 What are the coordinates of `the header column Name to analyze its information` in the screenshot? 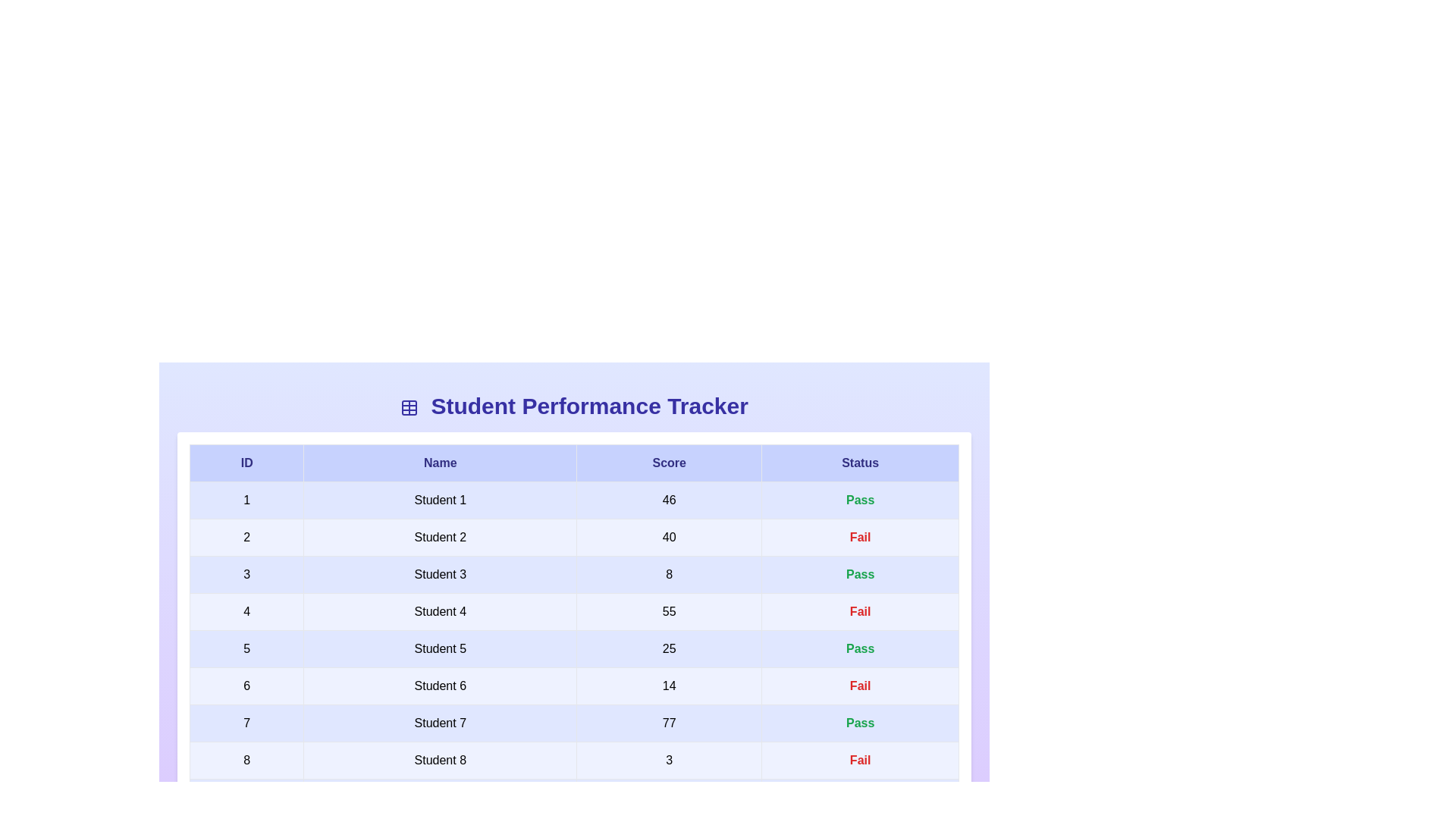 It's located at (439, 462).